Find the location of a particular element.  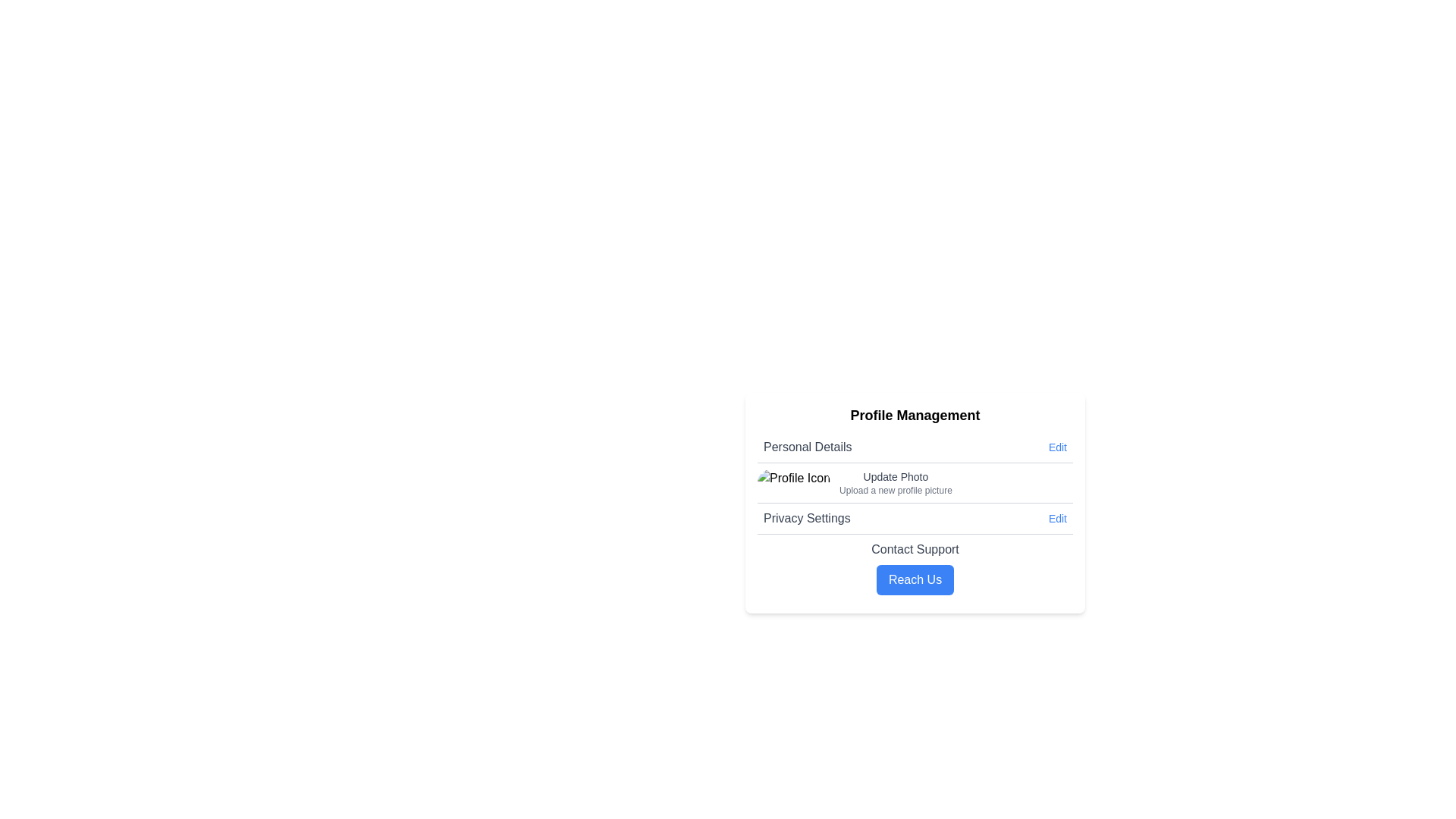

the informational text block titled 'Update Photo' which contains the subtitle 'Upload a new profile picture', located in the 'Profile Management' section is located at coordinates (896, 482).